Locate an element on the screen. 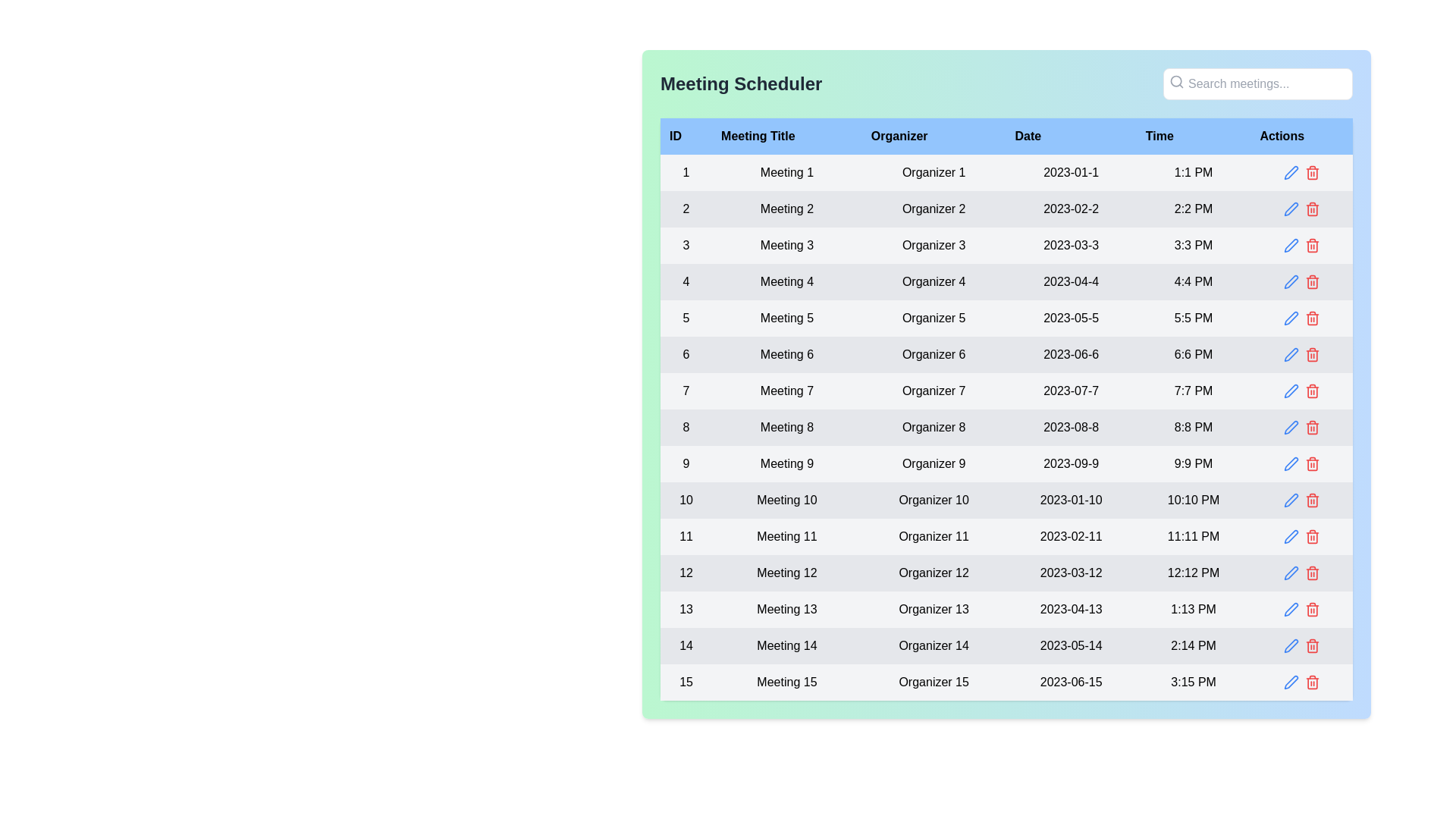  the pencil icon in the 'Actions' column of the row corresponding to 'Meeting 5' is located at coordinates (1301, 318).